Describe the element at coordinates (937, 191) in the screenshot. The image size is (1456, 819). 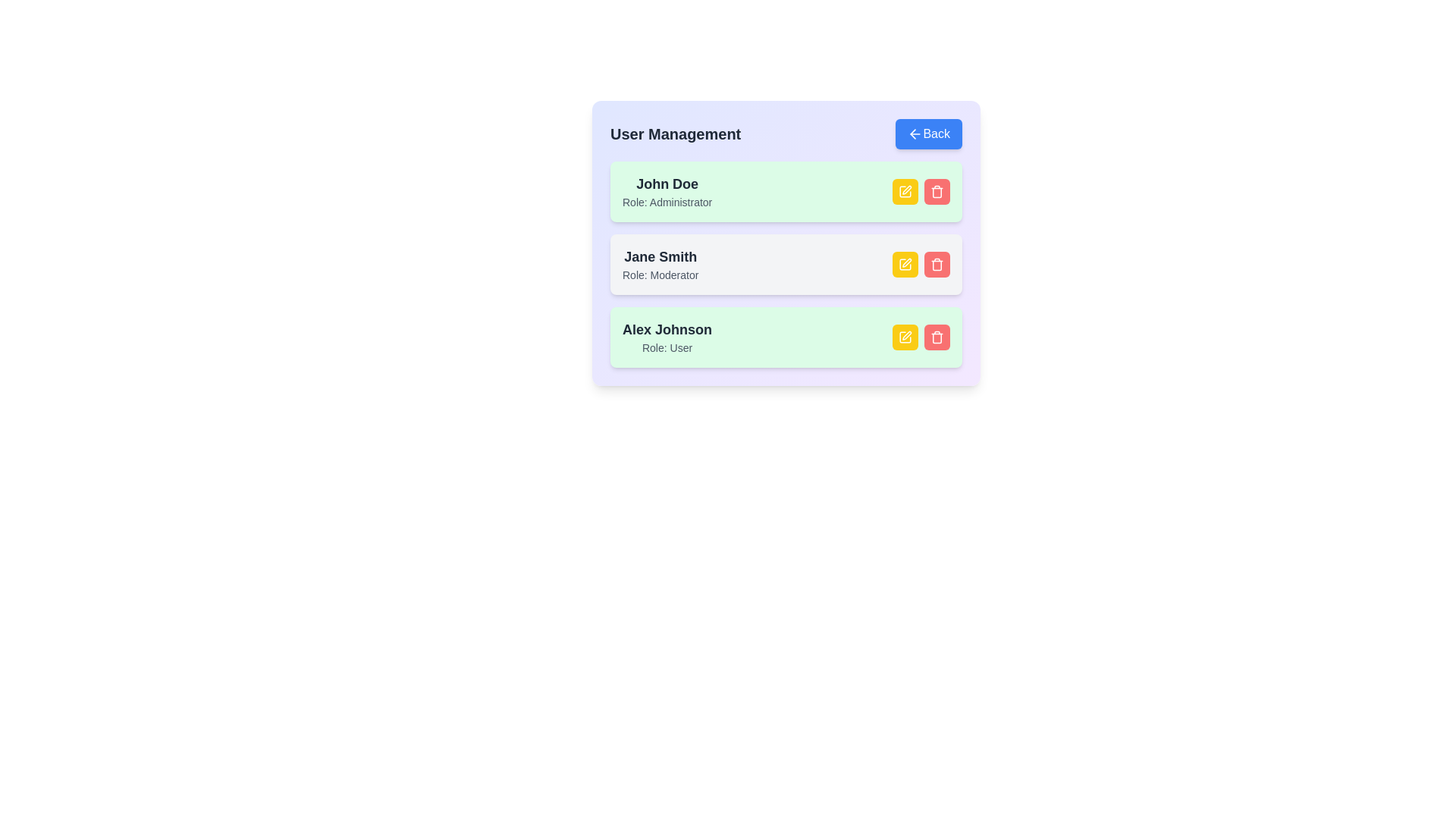
I see `delete button for the user John Doe` at that location.